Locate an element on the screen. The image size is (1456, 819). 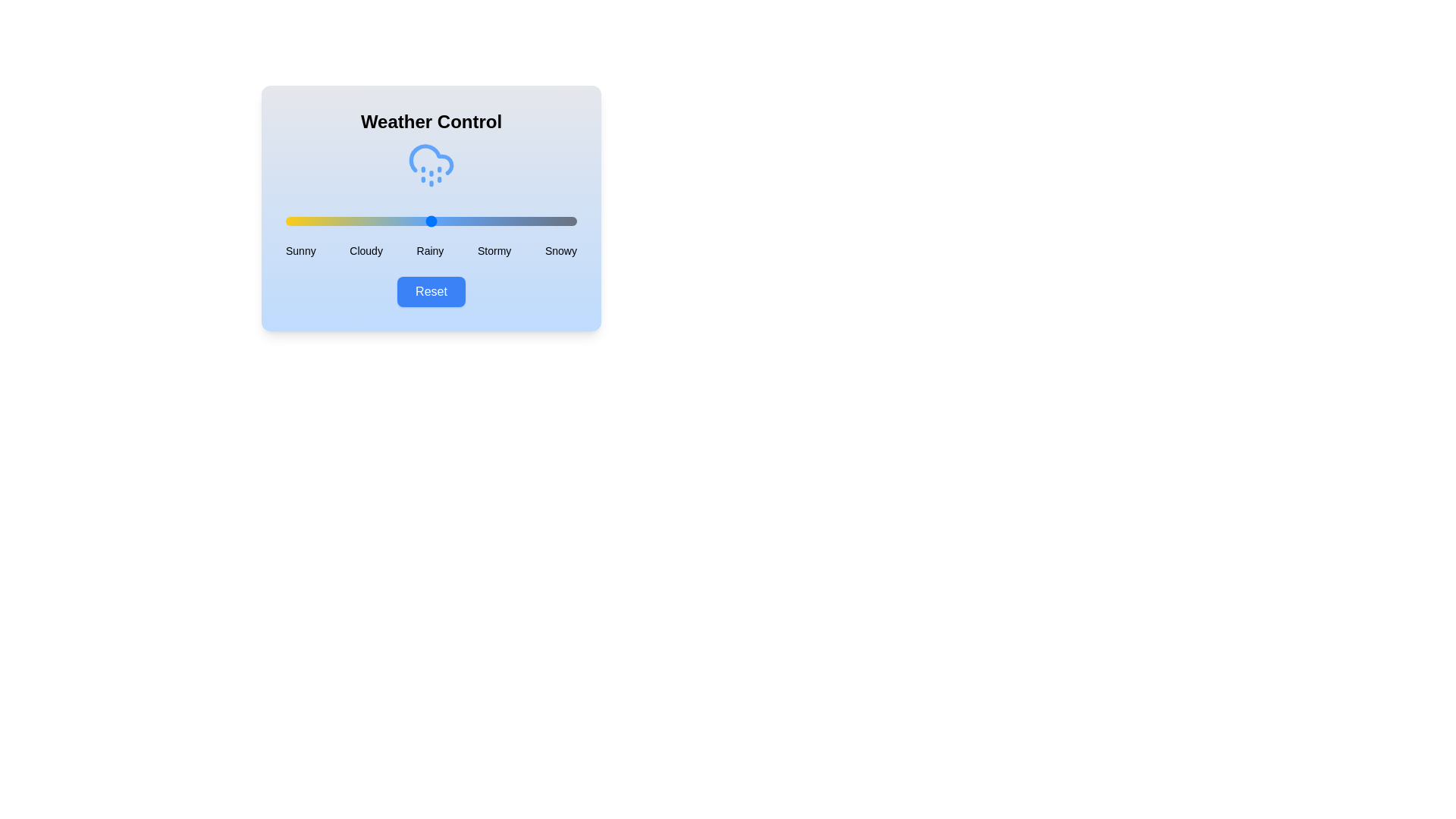
the weather condition label Stormy to select it is located at coordinates (494, 250).